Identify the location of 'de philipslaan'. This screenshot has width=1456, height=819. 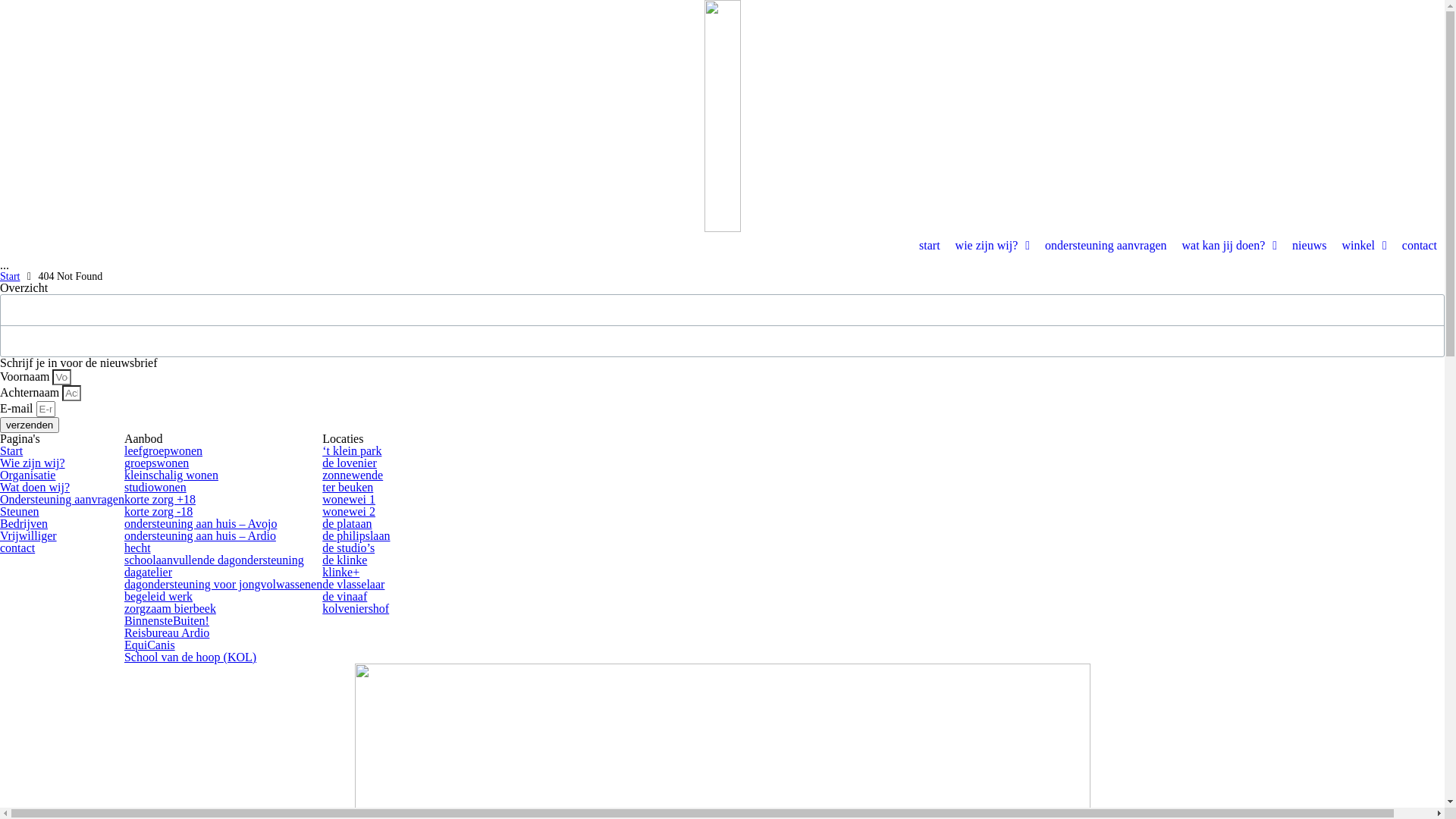
(355, 535).